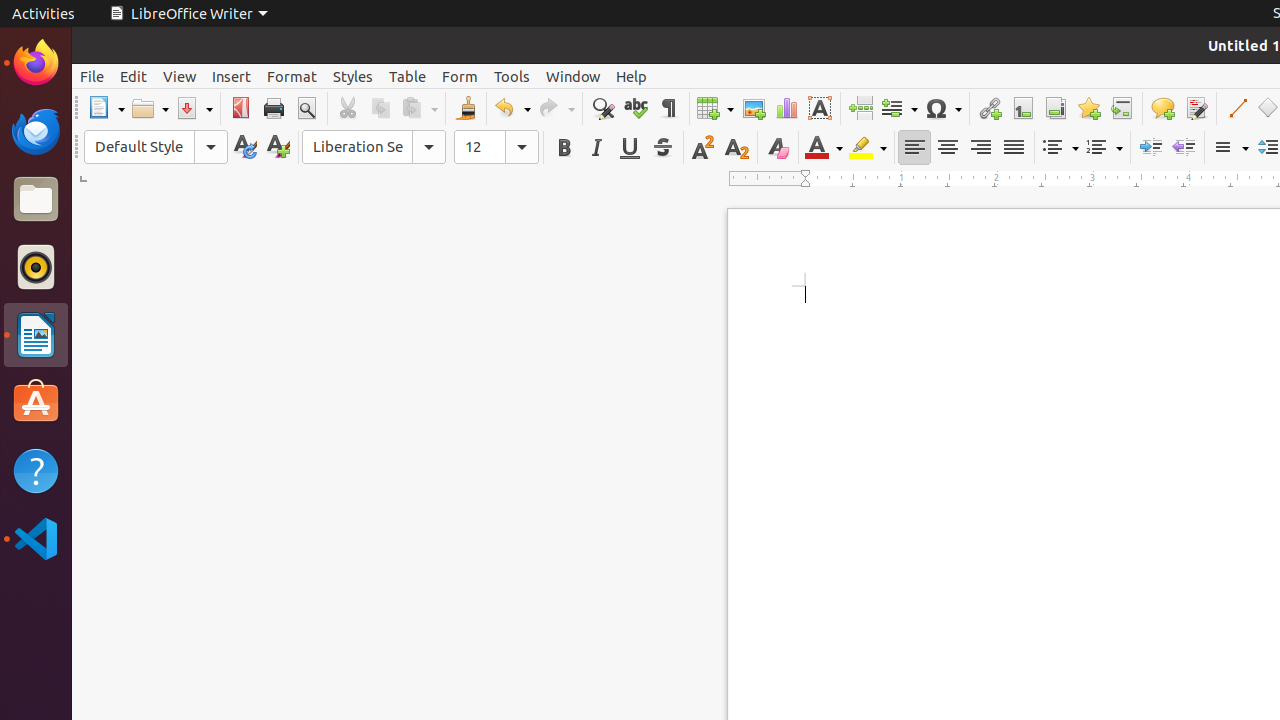  I want to click on 'Update', so click(243, 146).